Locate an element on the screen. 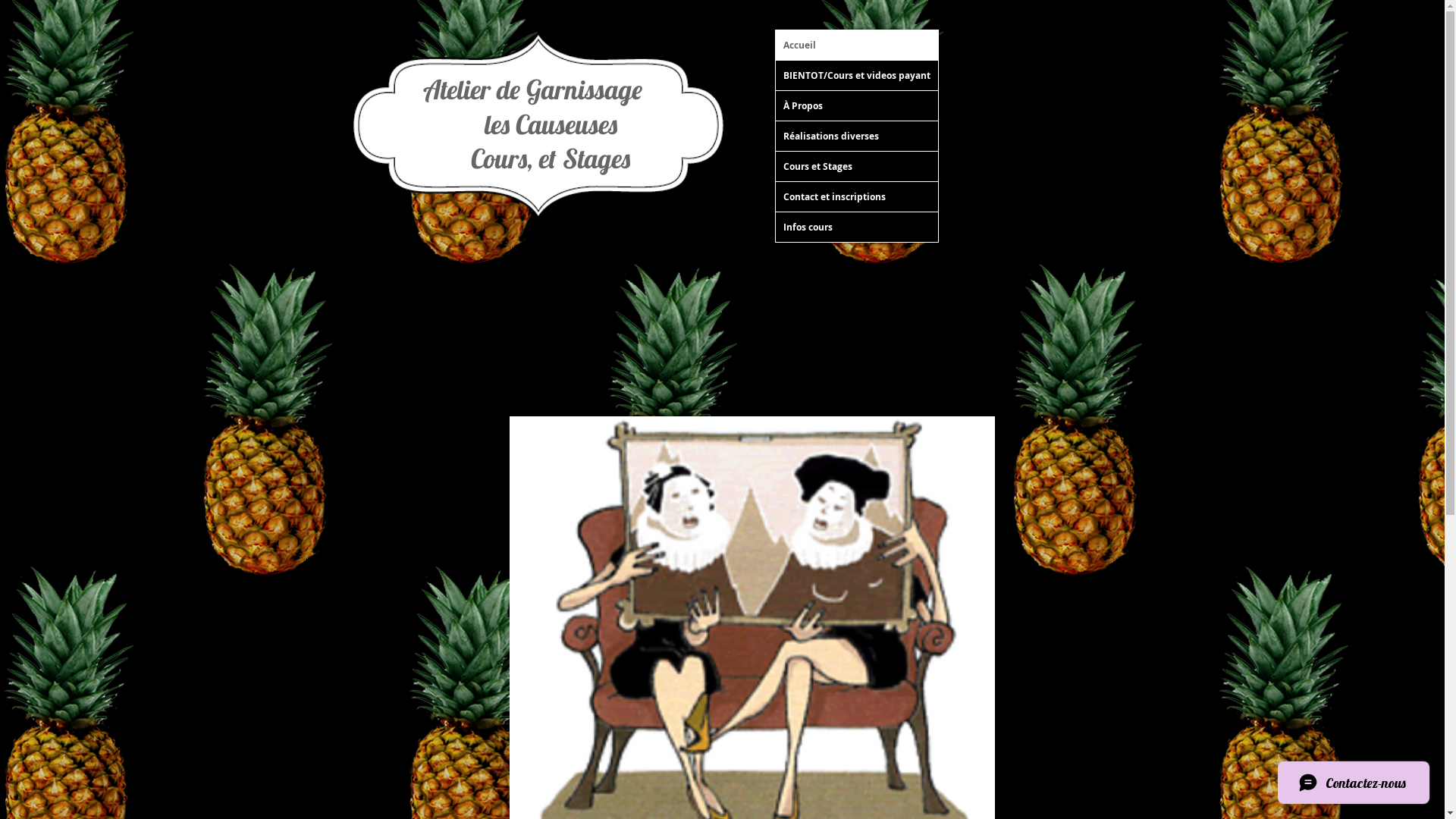  'Accueil' is located at coordinates (855, 44).